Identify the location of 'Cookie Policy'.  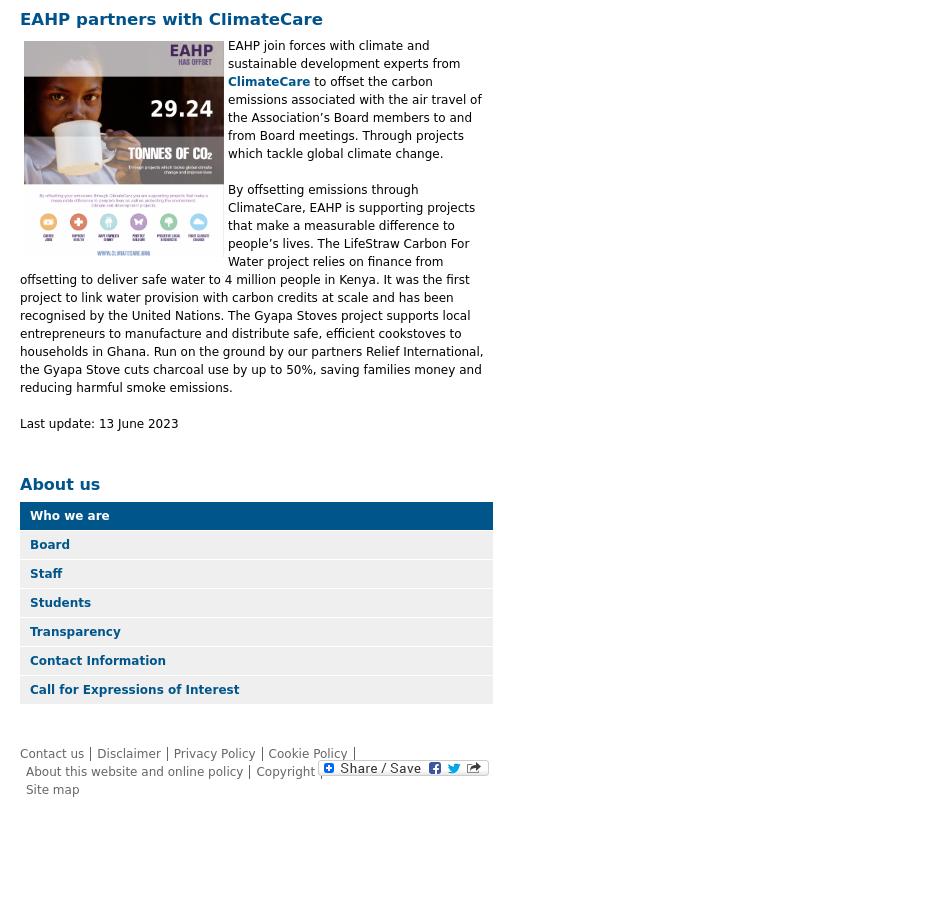
(307, 751).